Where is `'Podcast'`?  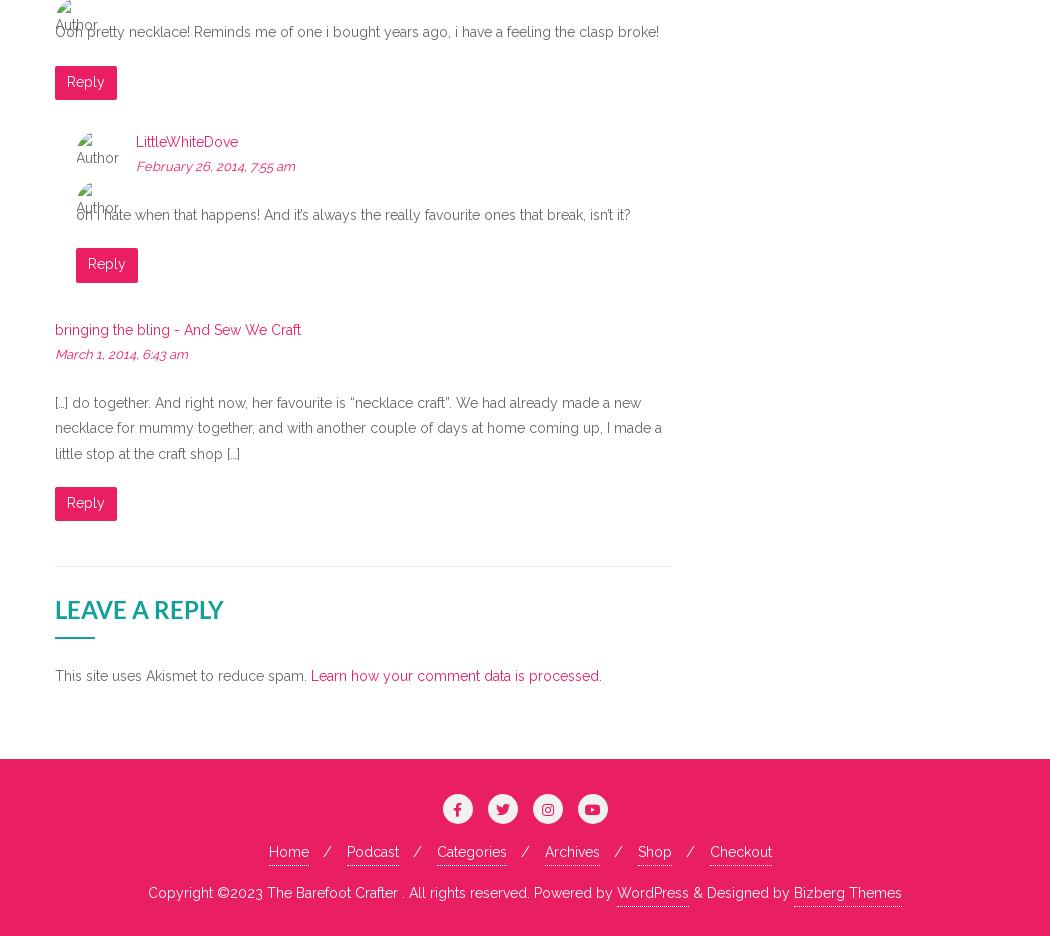 'Podcast' is located at coordinates (371, 851).